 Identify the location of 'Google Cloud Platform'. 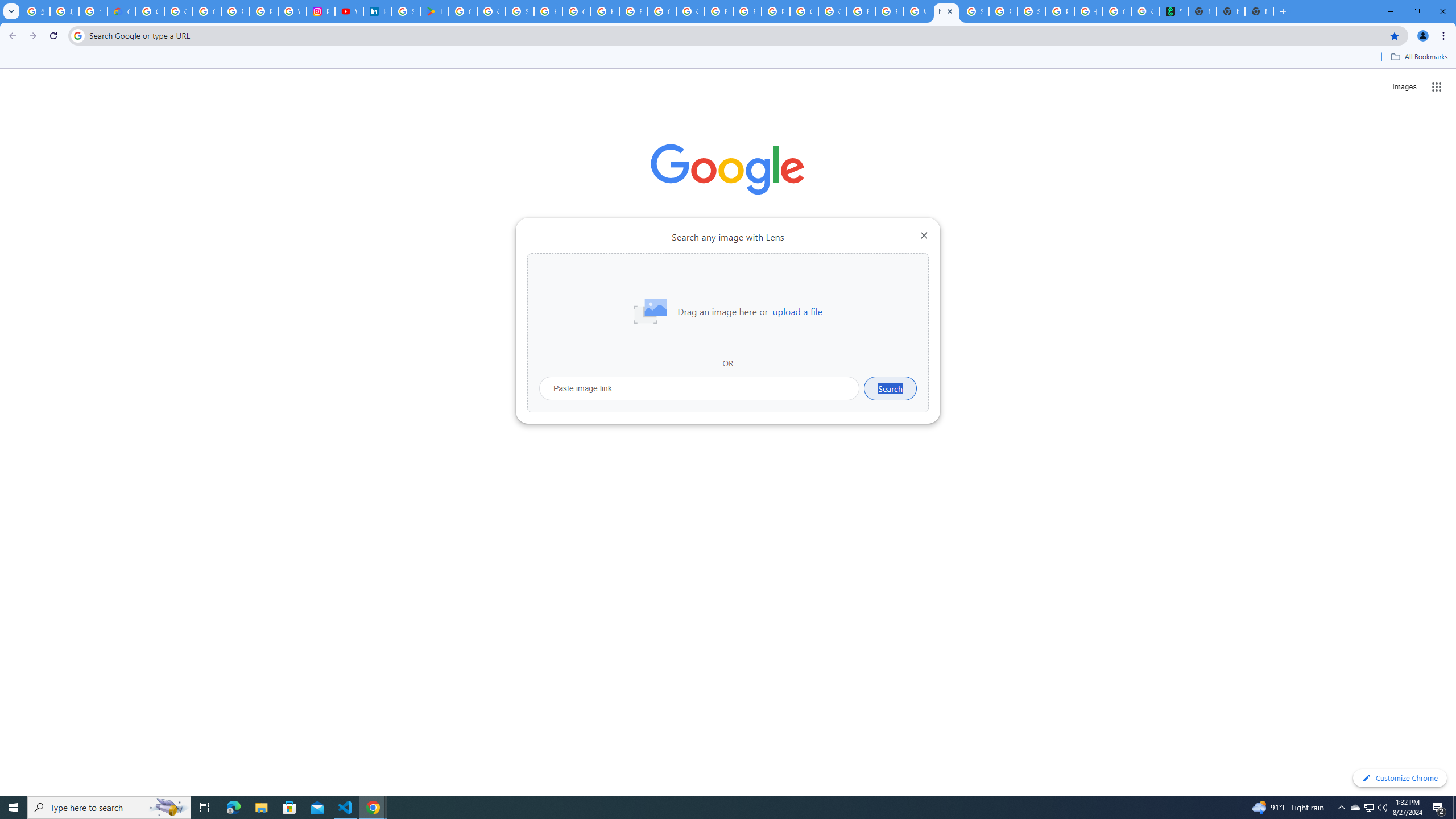
(804, 11).